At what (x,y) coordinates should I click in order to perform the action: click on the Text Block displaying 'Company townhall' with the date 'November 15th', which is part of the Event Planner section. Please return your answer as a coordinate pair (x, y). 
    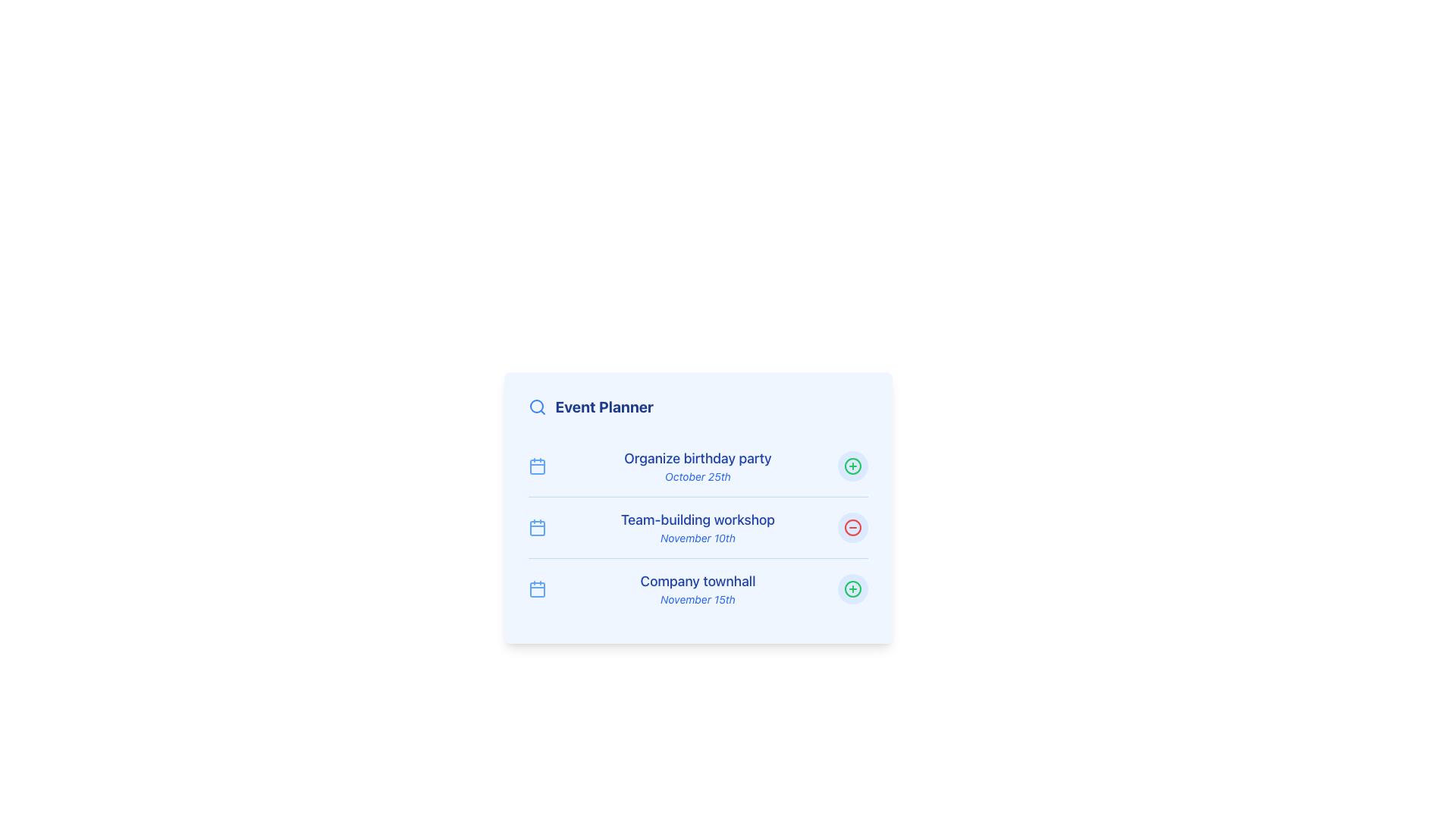
    Looking at the image, I should click on (697, 588).